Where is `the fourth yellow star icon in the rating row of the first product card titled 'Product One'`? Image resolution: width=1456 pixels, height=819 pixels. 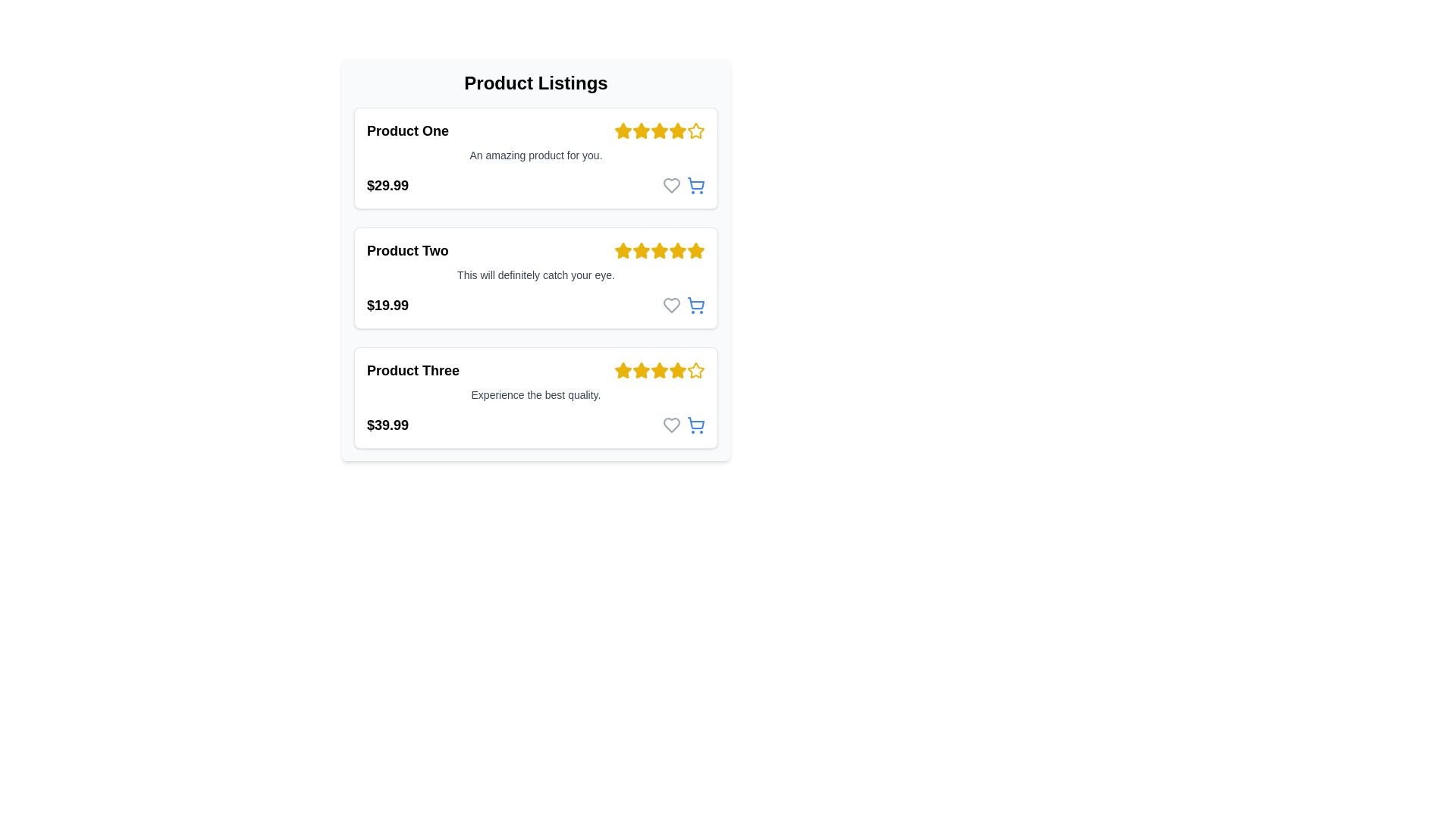 the fourth yellow star icon in the rating row of the first product card titled 'Product One' is located at coordinates (676, 130).